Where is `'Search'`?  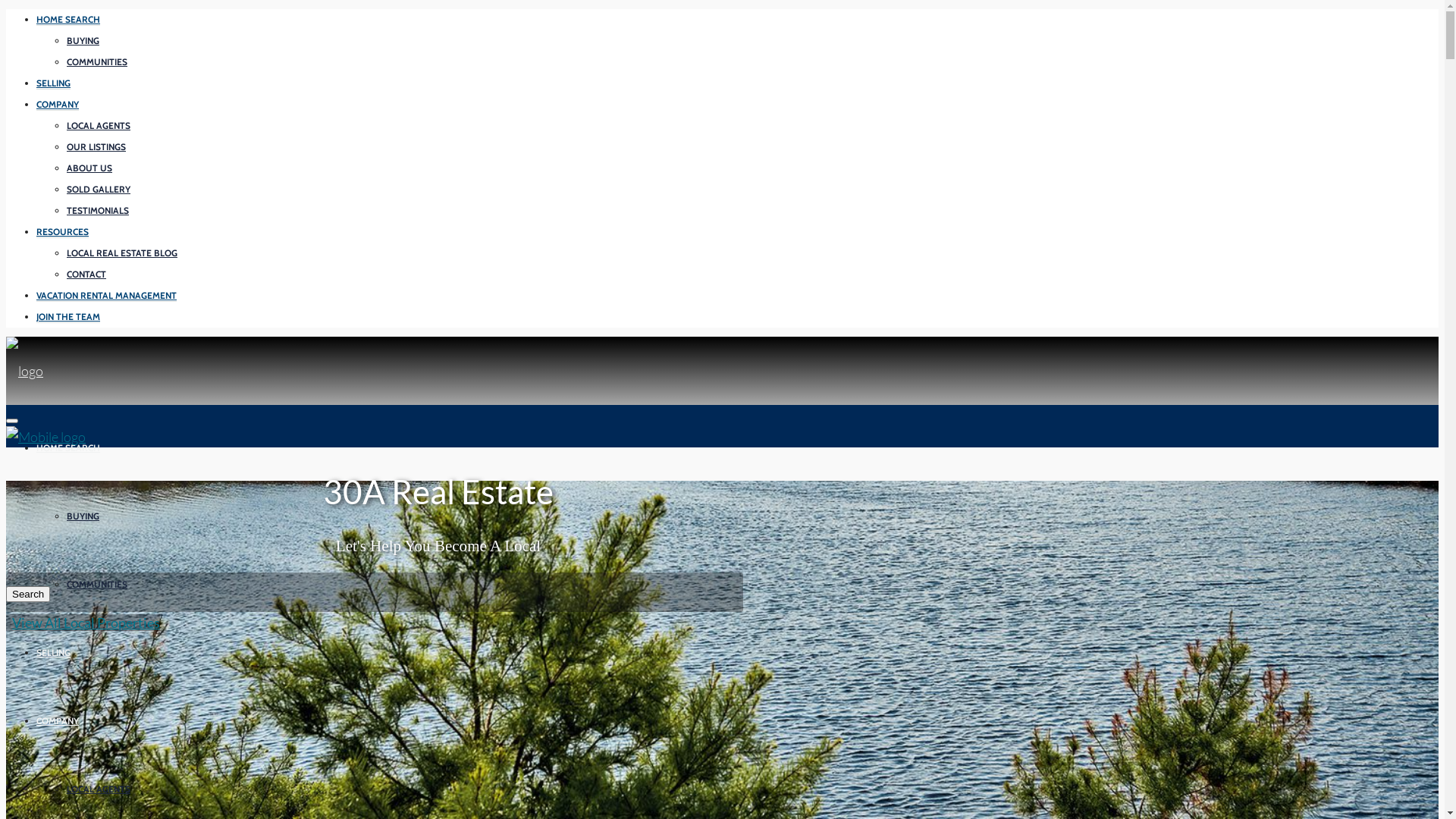 'Search' is located at coordinates (28, 593).